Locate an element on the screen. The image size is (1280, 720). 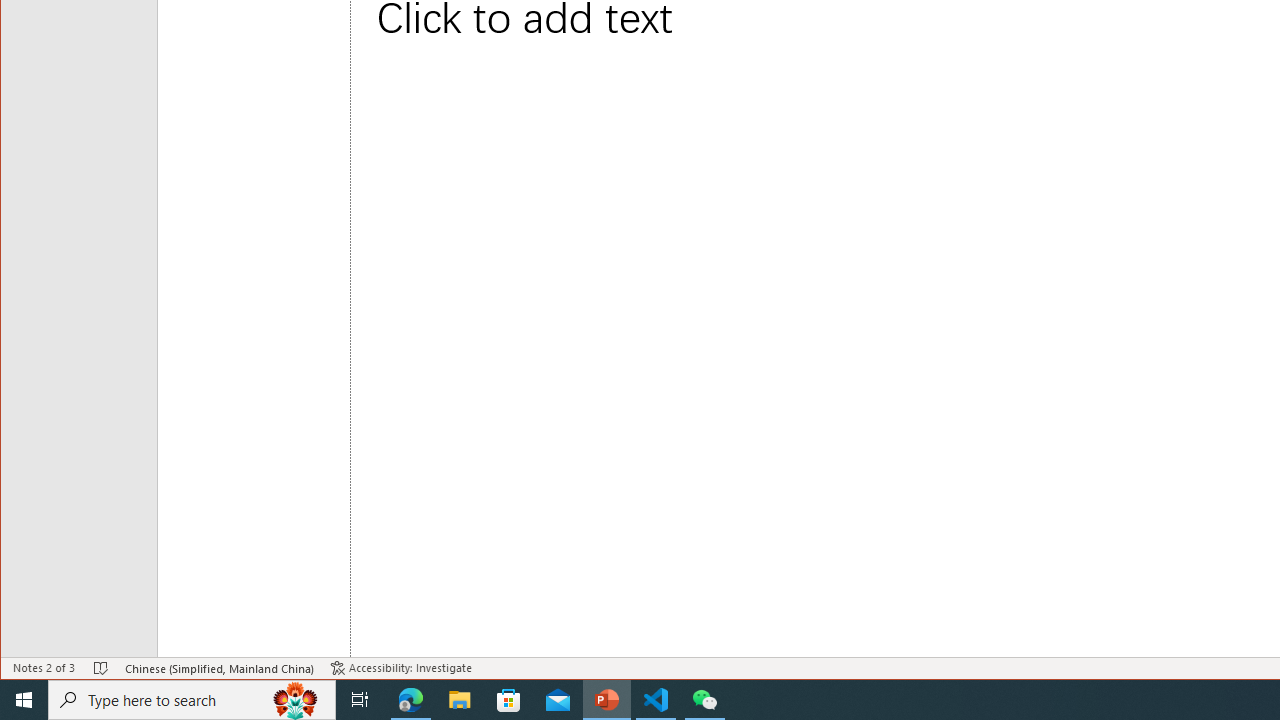
'WeChat - 1 running window' is located at coordinates (705, 698).